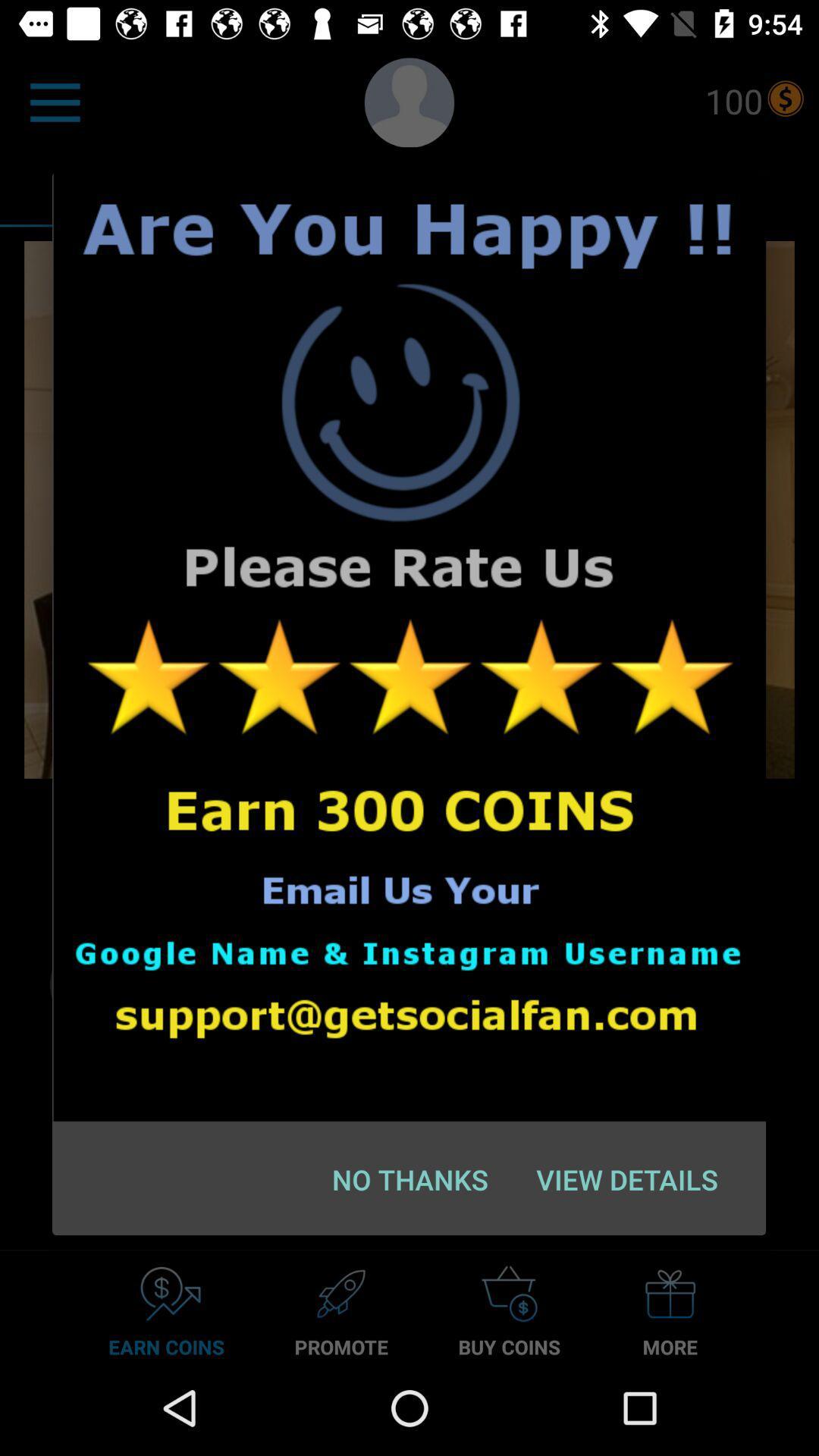 This screenshot has width=819, height=1456. What do you see at coordinates (410, 1178) in the screenshot?
I see `the no thanks` at bounding box center [410, 1178].